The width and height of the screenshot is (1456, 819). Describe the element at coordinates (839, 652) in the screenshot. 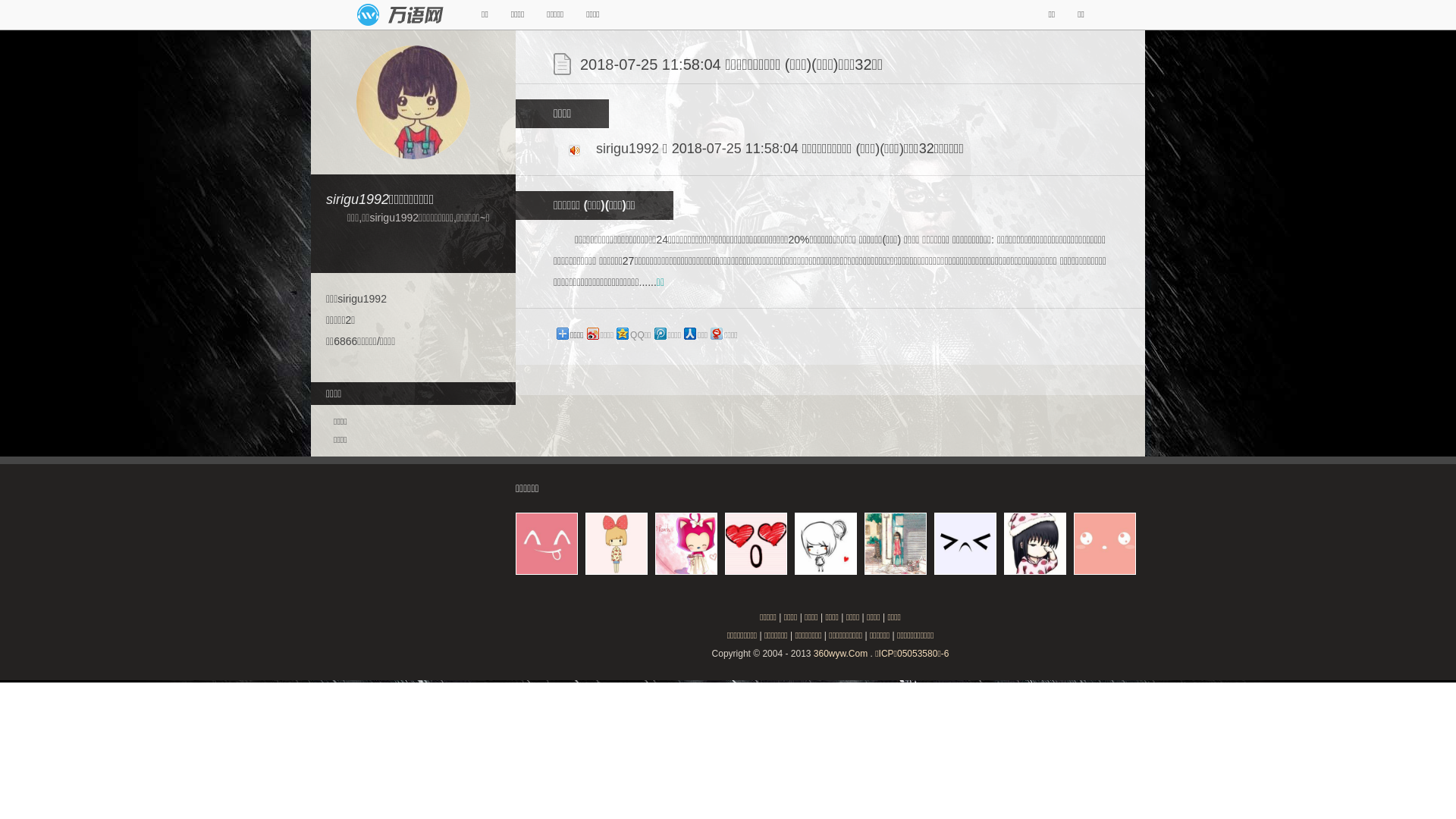

I see `'360wyw.Com'` at that location.